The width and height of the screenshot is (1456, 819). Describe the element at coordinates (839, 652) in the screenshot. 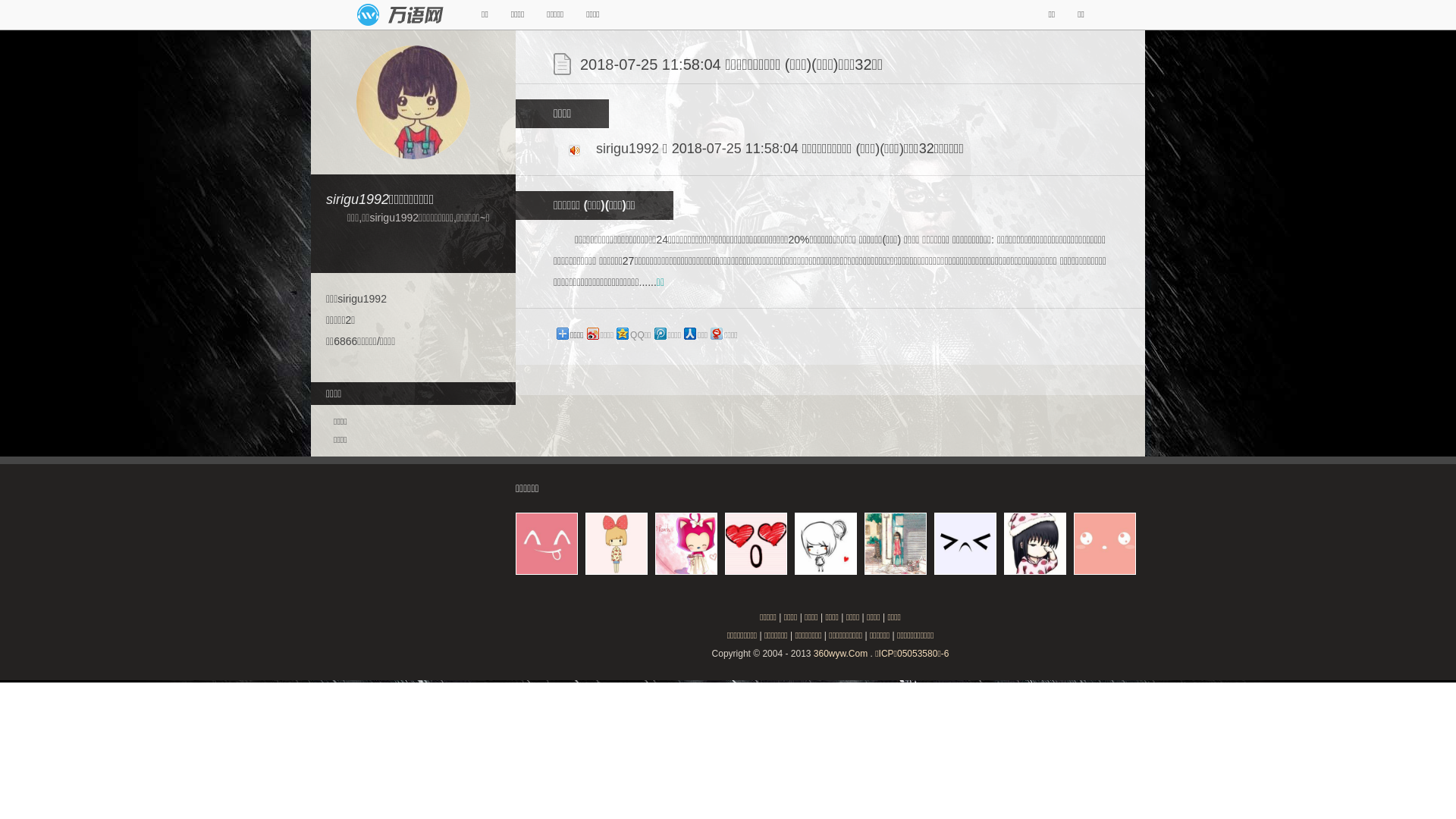

I see `'360wyw.Com'` at that location.